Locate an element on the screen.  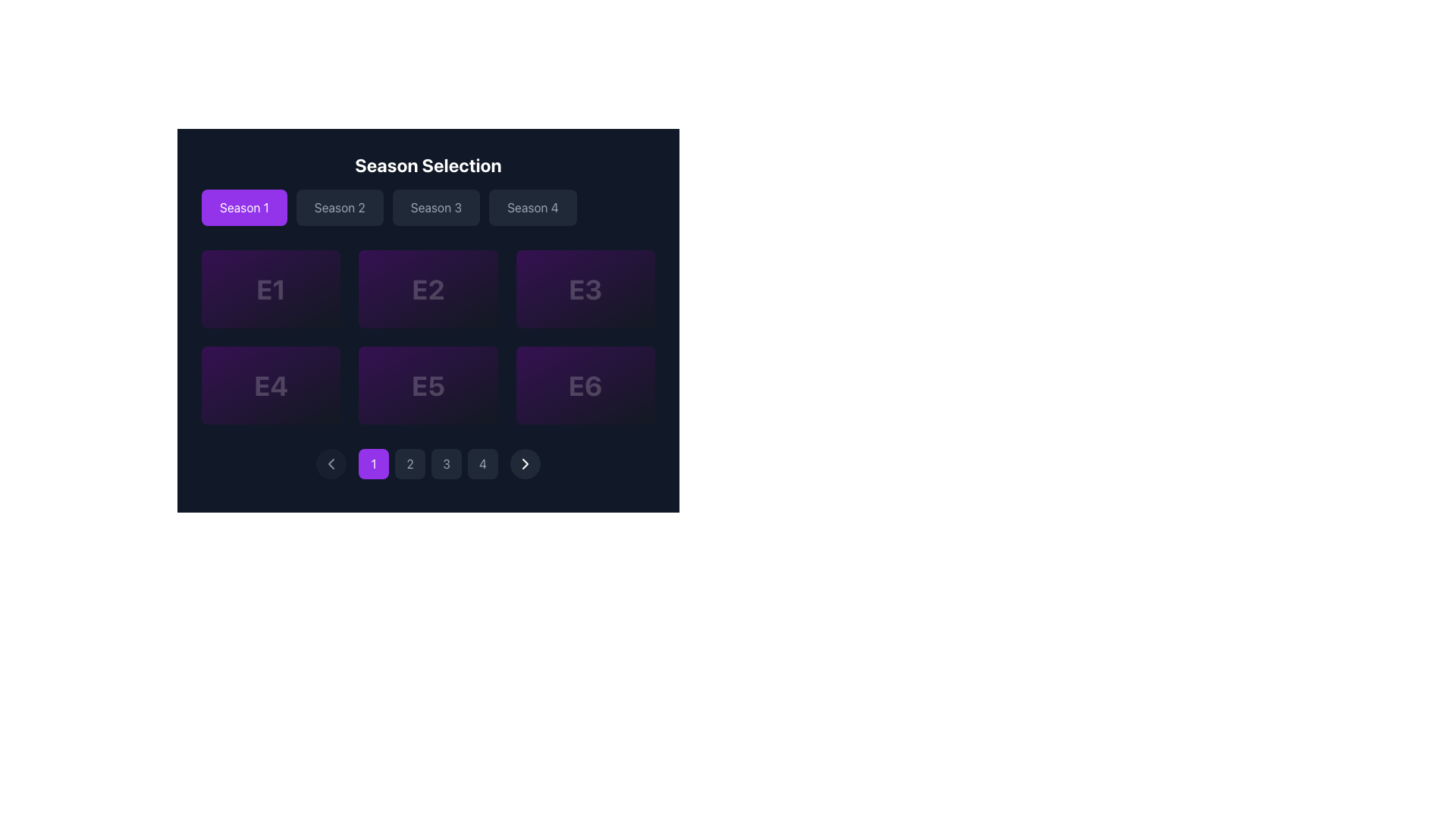
the text label 'E1' located in the top left corner of the grid layout is located at coordinates (271, 289).